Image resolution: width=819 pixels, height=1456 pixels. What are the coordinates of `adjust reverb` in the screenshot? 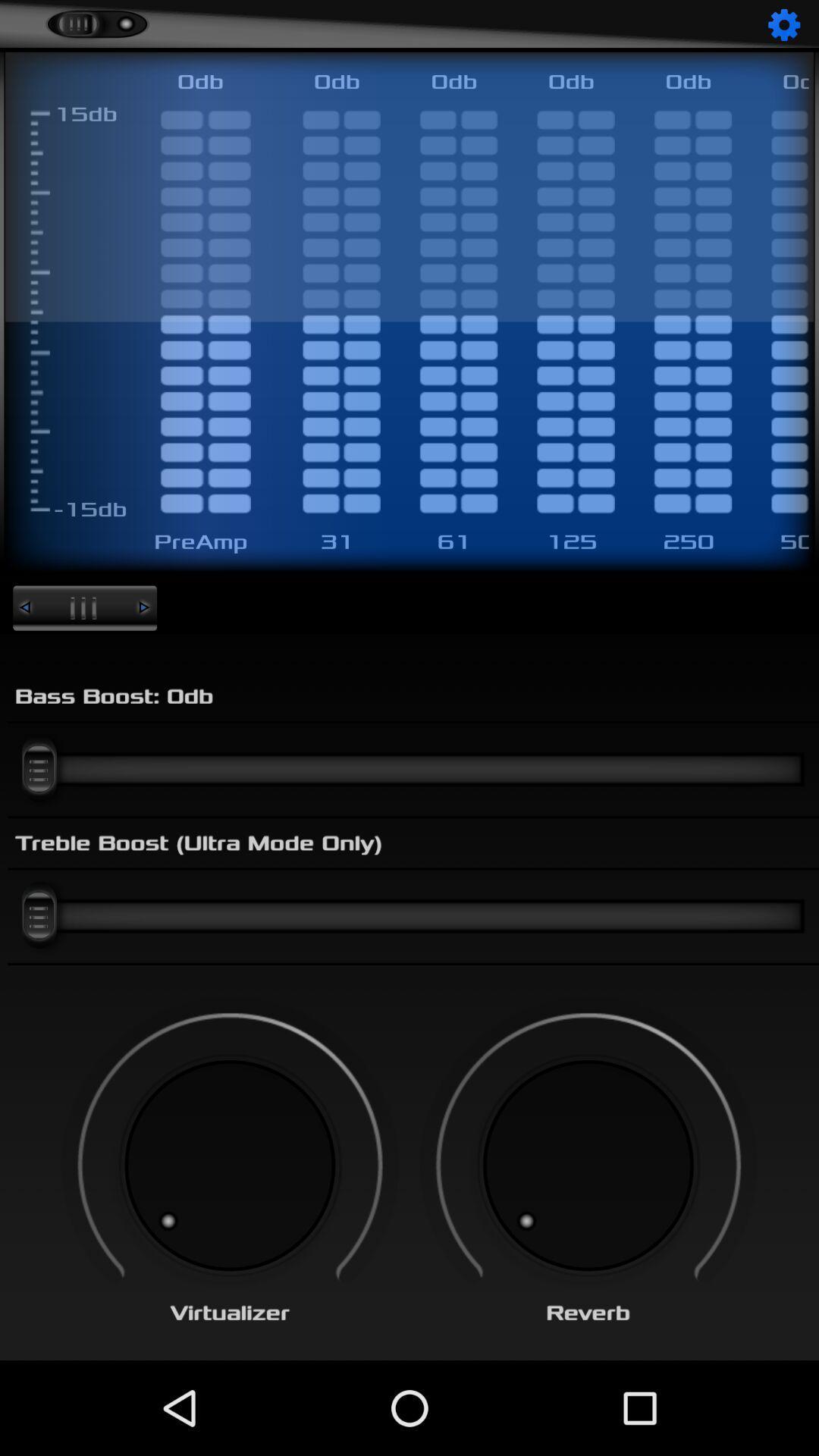 It's located at (587, 1165).